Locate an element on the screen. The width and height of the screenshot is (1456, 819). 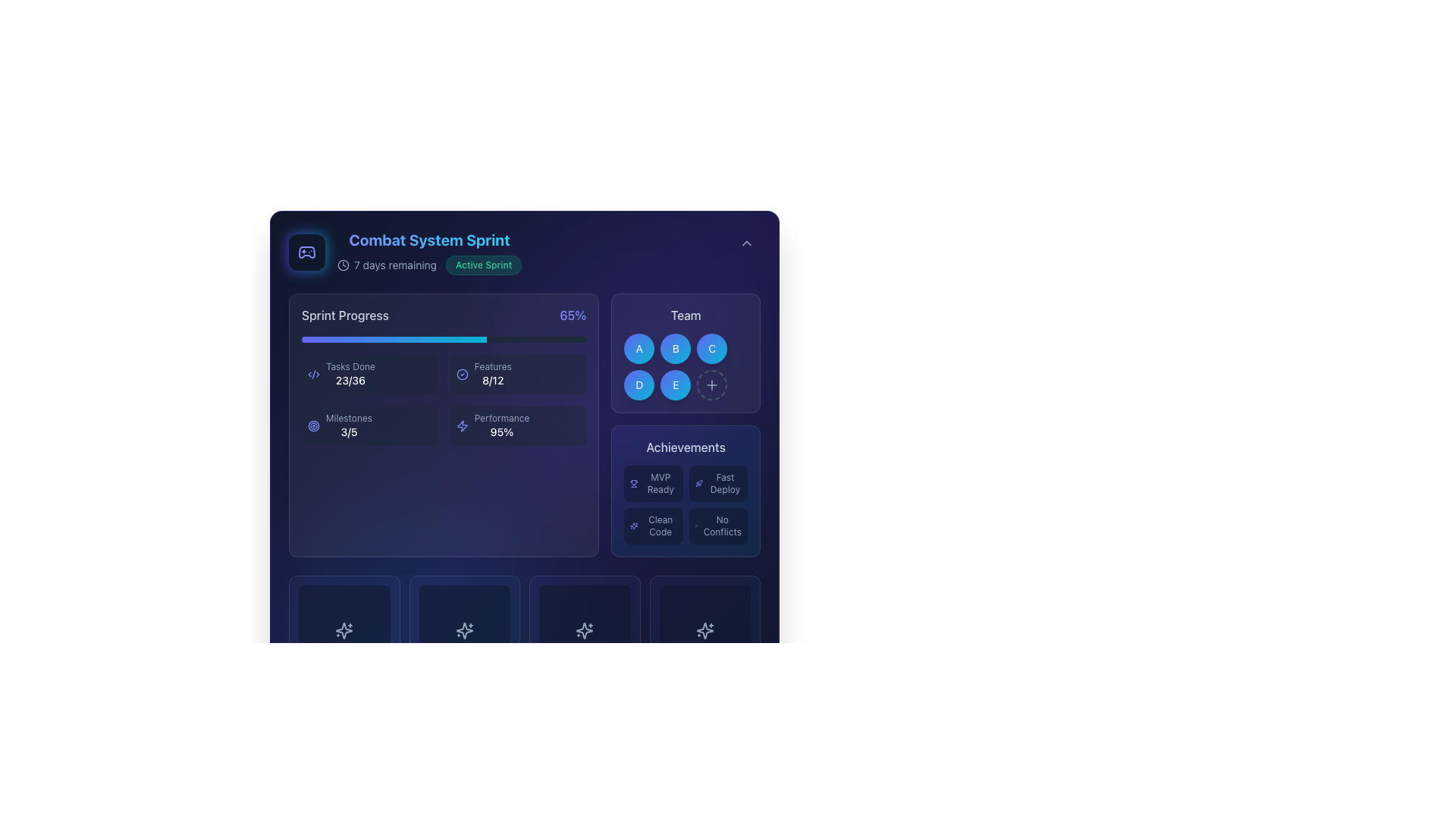
the 'Fast Deploy' text label in the 'Achievements' section, which is styled in light slate-gray color and located in the second row, second column is located at coordinates (724, 483).